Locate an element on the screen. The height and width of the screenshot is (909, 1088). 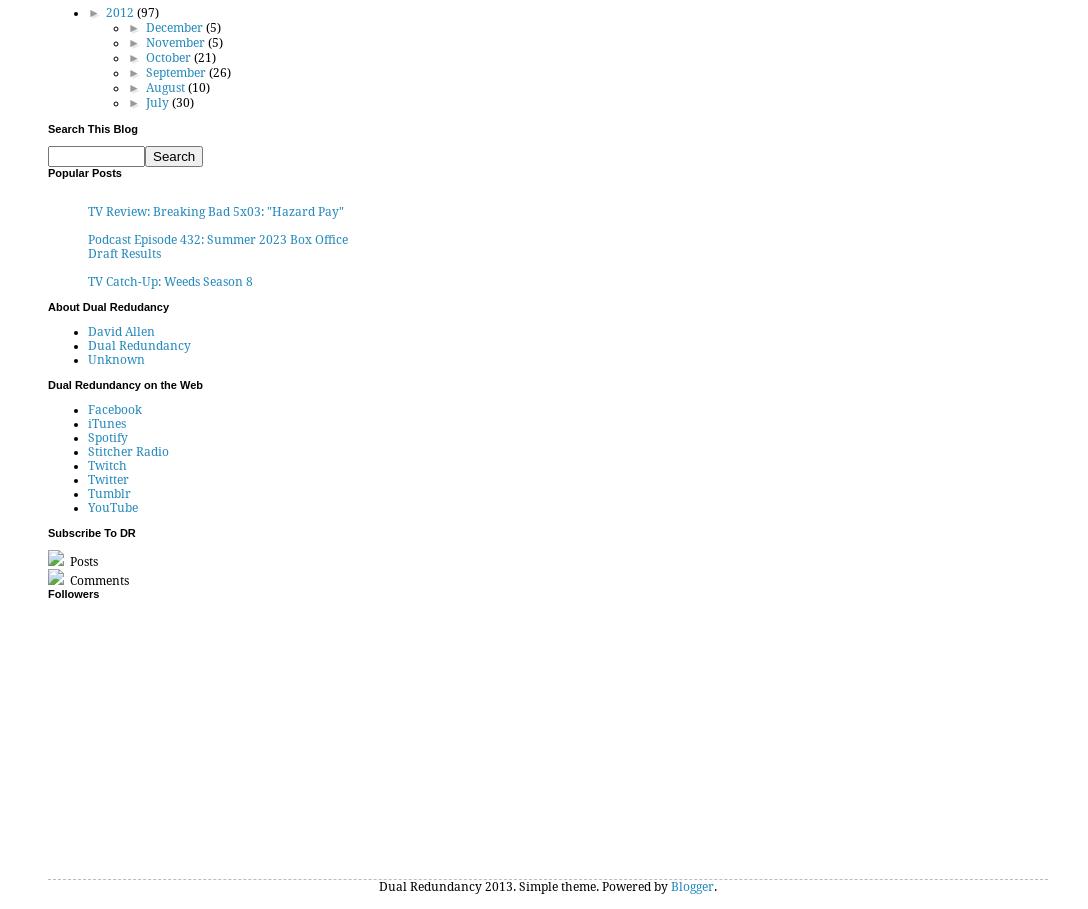
'(10)' is located at coordinates (197, 86).